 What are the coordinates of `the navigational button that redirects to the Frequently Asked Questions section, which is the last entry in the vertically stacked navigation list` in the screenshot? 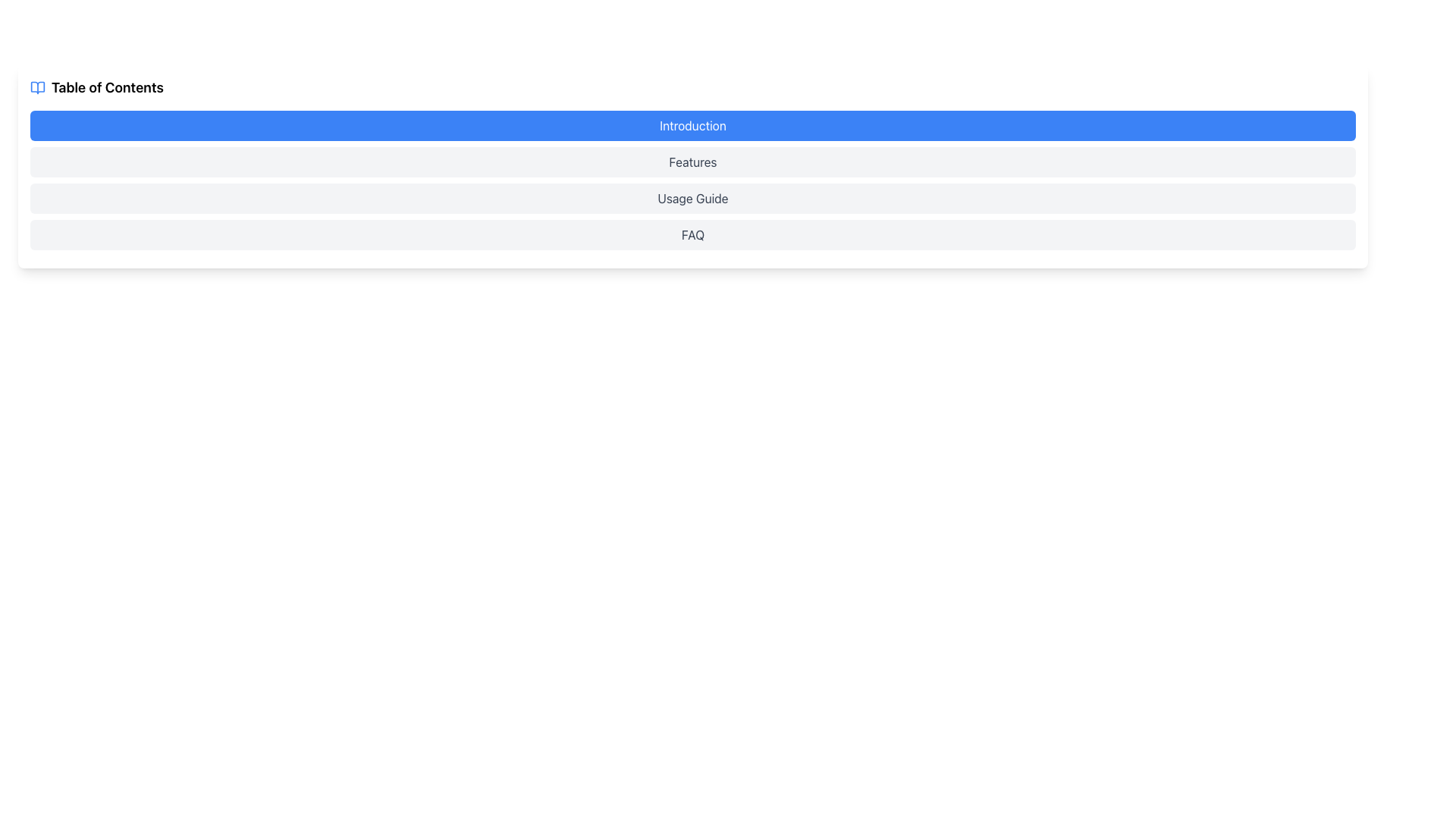 It's located at (692, 234).